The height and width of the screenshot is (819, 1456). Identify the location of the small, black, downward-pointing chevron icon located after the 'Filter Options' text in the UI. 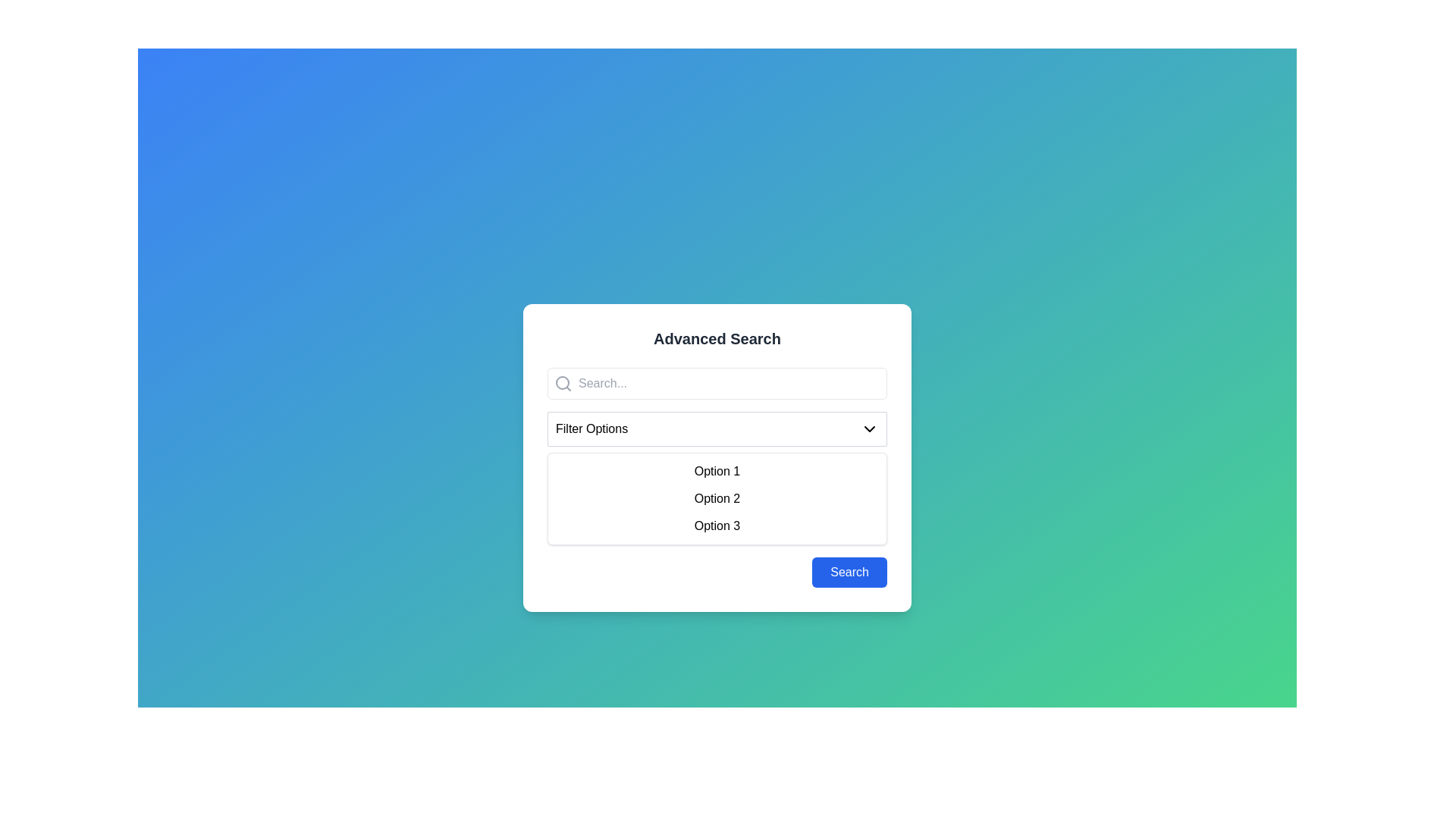
(870, 429).